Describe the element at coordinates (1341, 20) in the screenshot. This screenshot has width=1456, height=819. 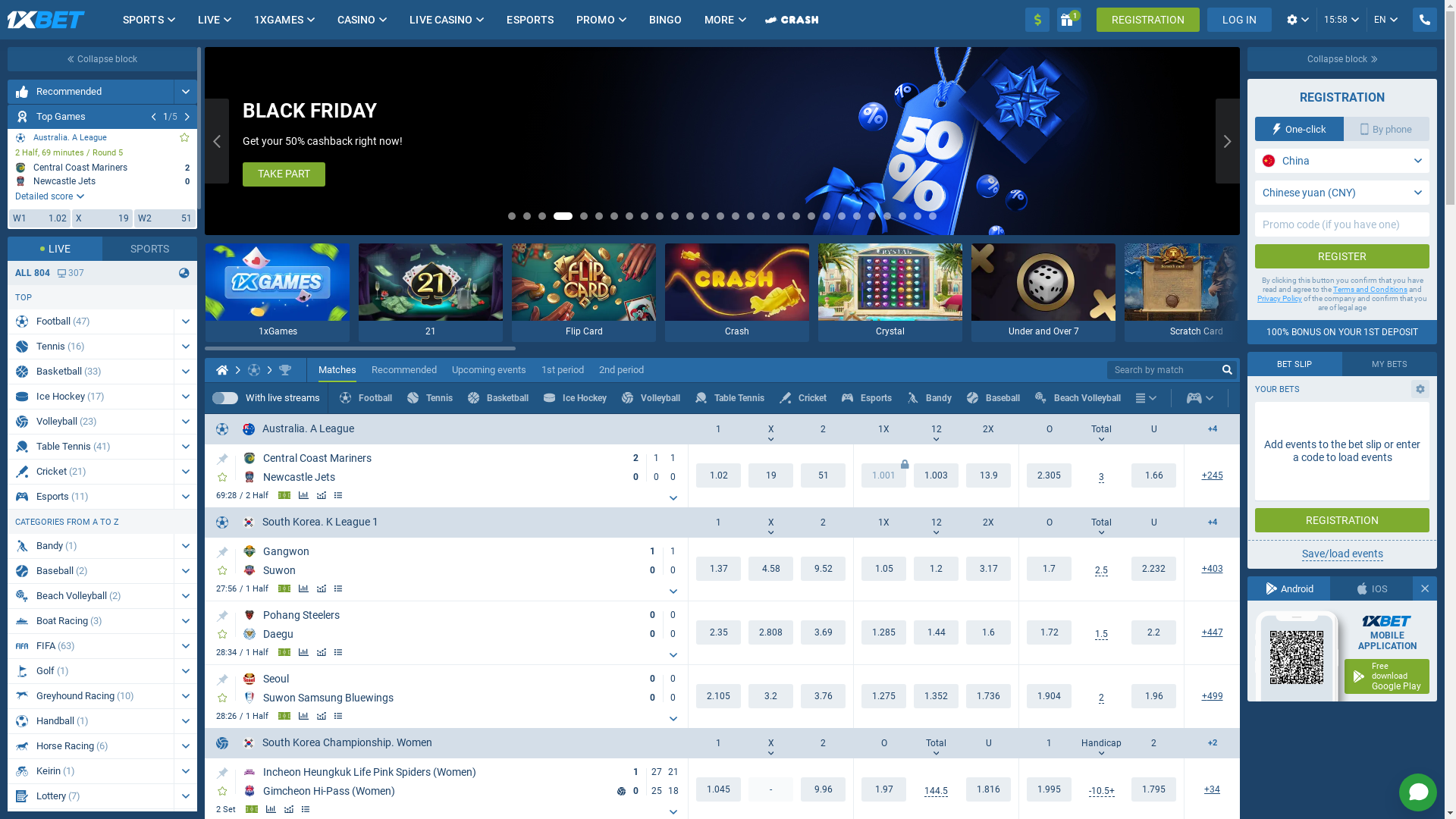
I see `'15:58'` at that location.